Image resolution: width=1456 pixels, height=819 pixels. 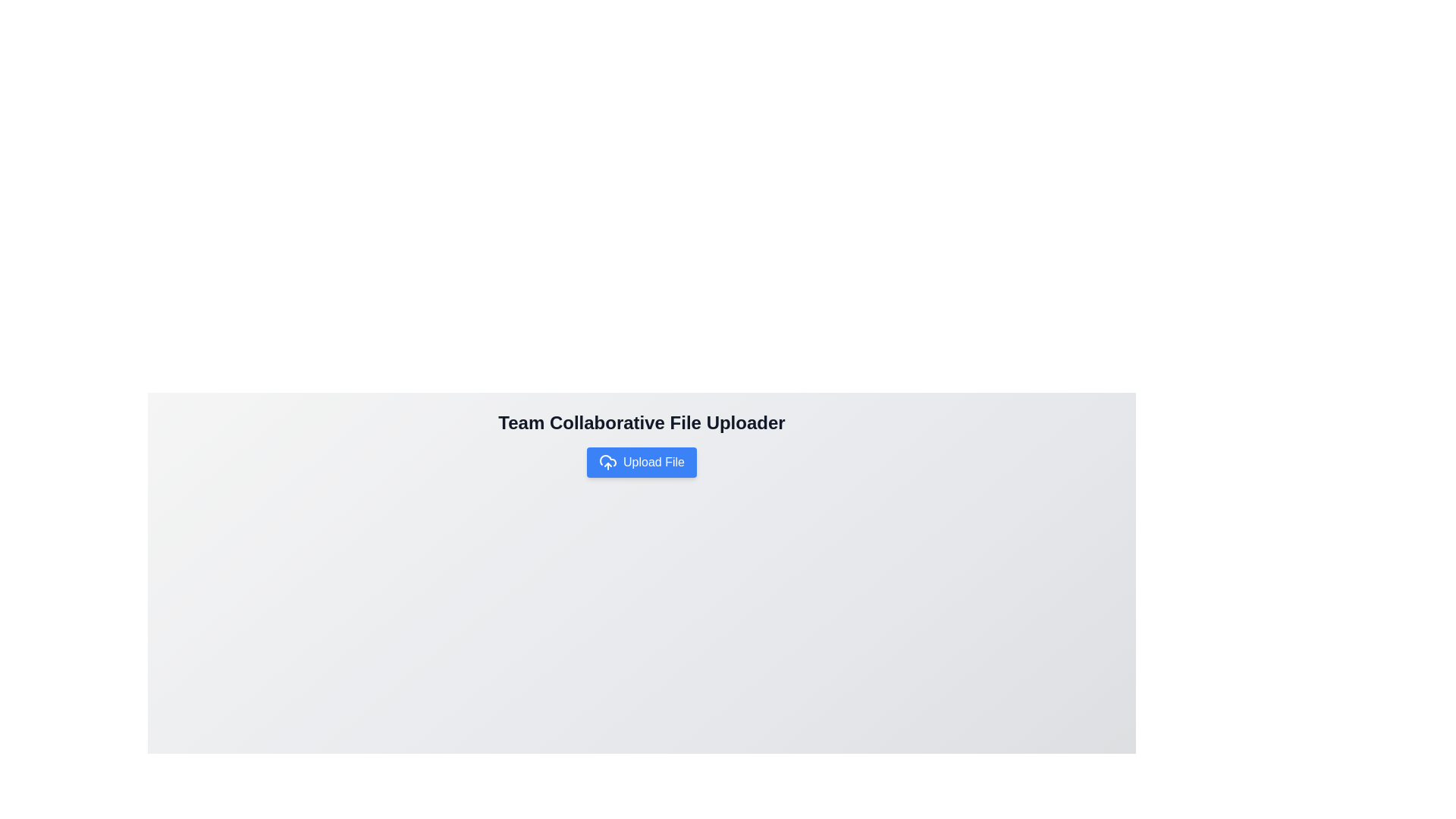 What do you see at coordinates (642, 423) in the screenshot?
I see `the text-based header component that serves as the title for the page, which is located slightly above the 'Upload File' button` at bounding box center [642, 423].